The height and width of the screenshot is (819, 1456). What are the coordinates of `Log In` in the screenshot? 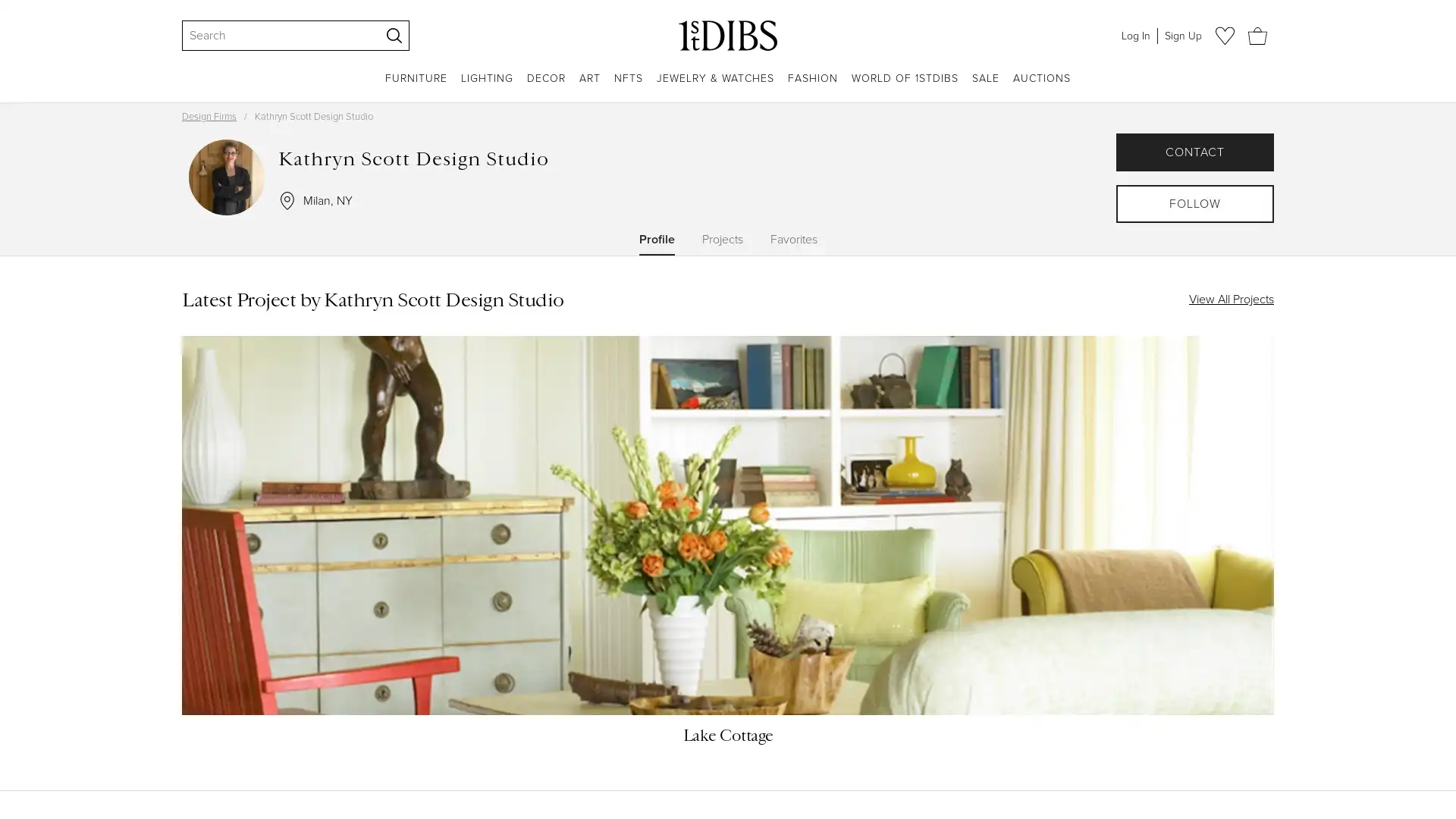 It's located at (1135, 34).